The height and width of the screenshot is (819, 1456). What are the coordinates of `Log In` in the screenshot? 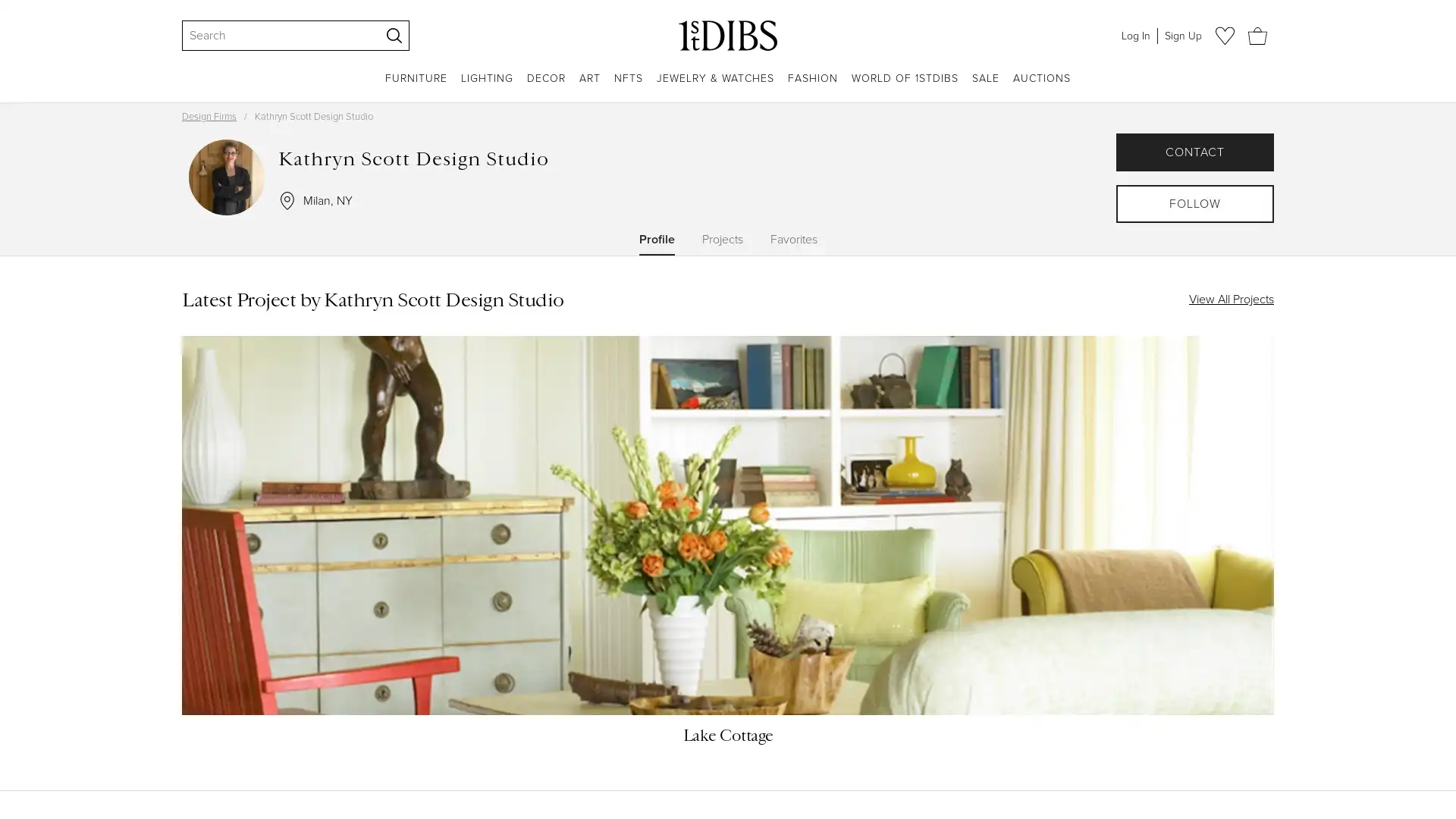 It's located at (1135, 34).